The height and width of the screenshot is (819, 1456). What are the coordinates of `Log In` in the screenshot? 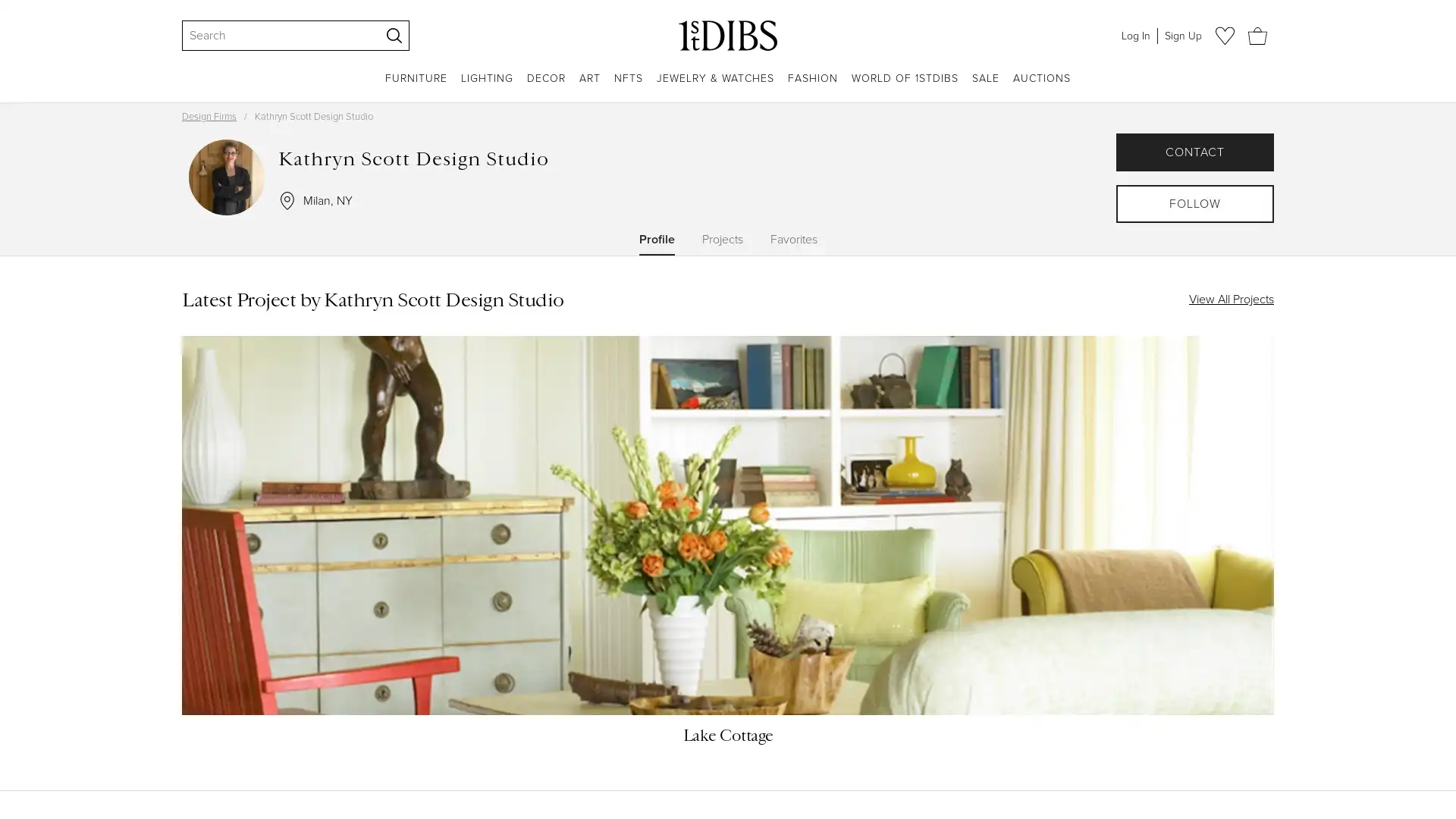 It's located at (1135, 34).